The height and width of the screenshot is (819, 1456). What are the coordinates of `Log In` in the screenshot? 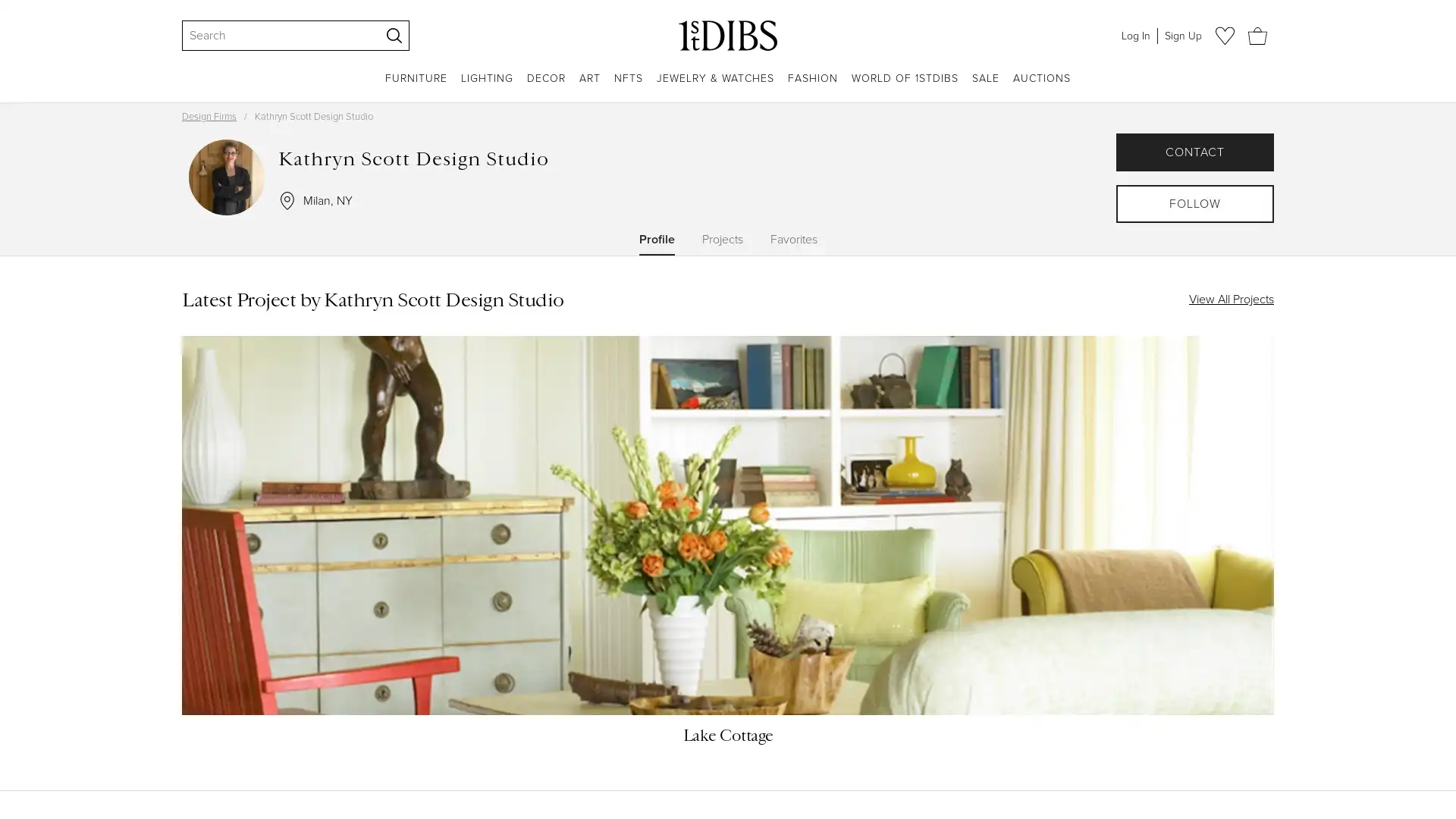 It's located at (1135, 34).